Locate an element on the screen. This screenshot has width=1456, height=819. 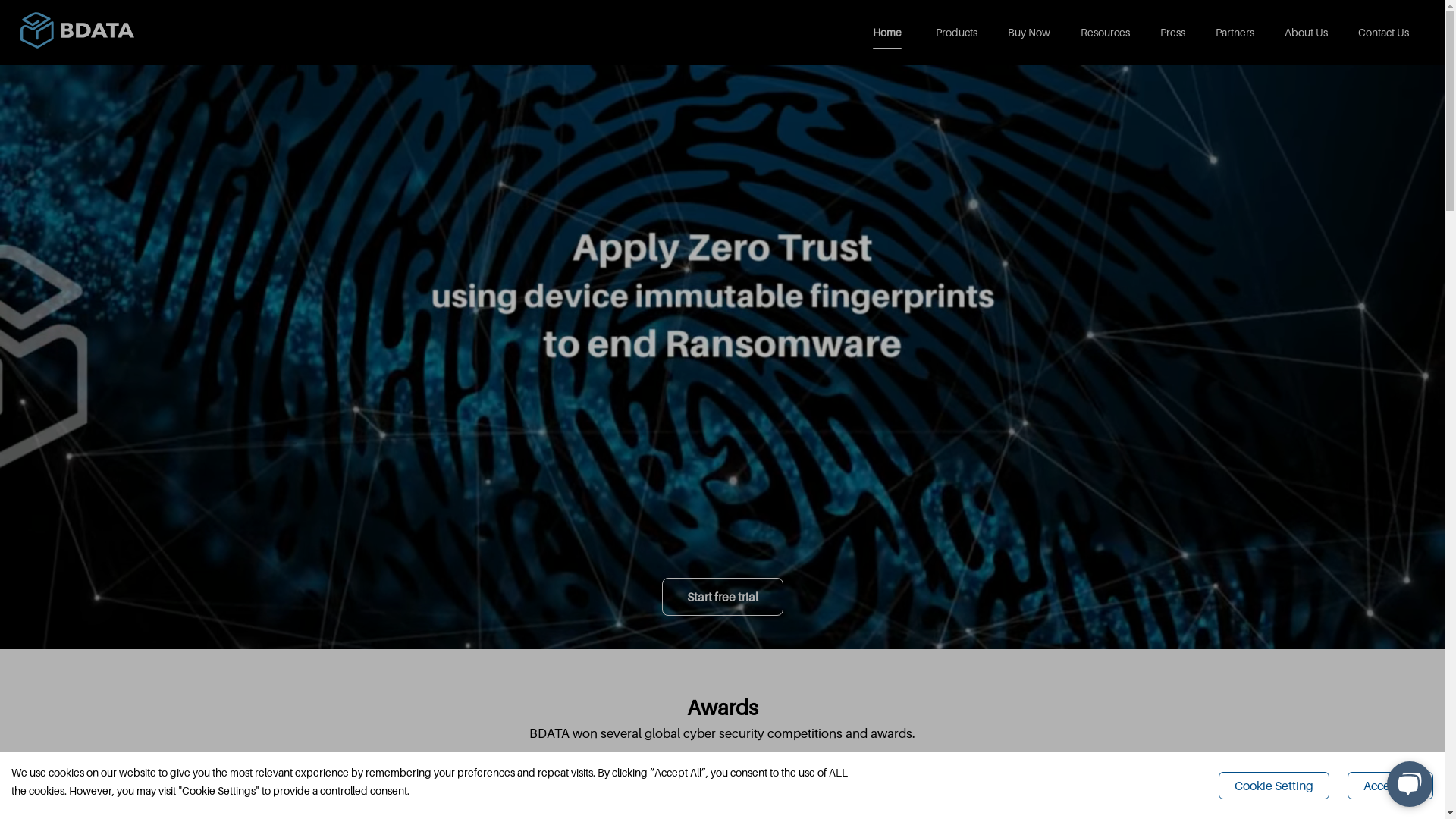
'Accept All' is located at coordinates (1347, 785).